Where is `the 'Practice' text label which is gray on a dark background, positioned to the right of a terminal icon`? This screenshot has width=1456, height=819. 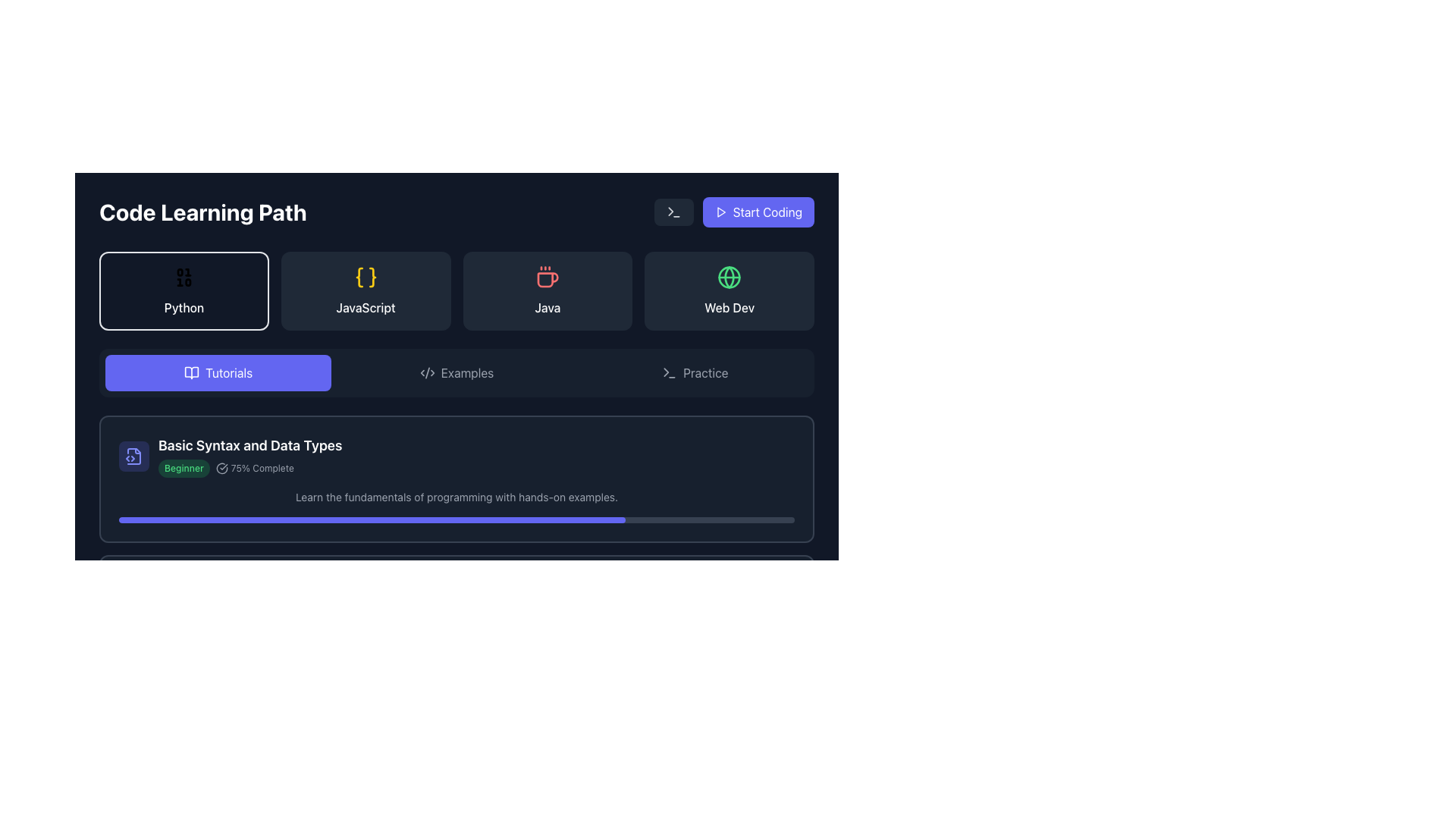 the 'Practice' text label which is gray on a dark background, positioned to the right of a terminal icon is located at coordinates (704, 373).